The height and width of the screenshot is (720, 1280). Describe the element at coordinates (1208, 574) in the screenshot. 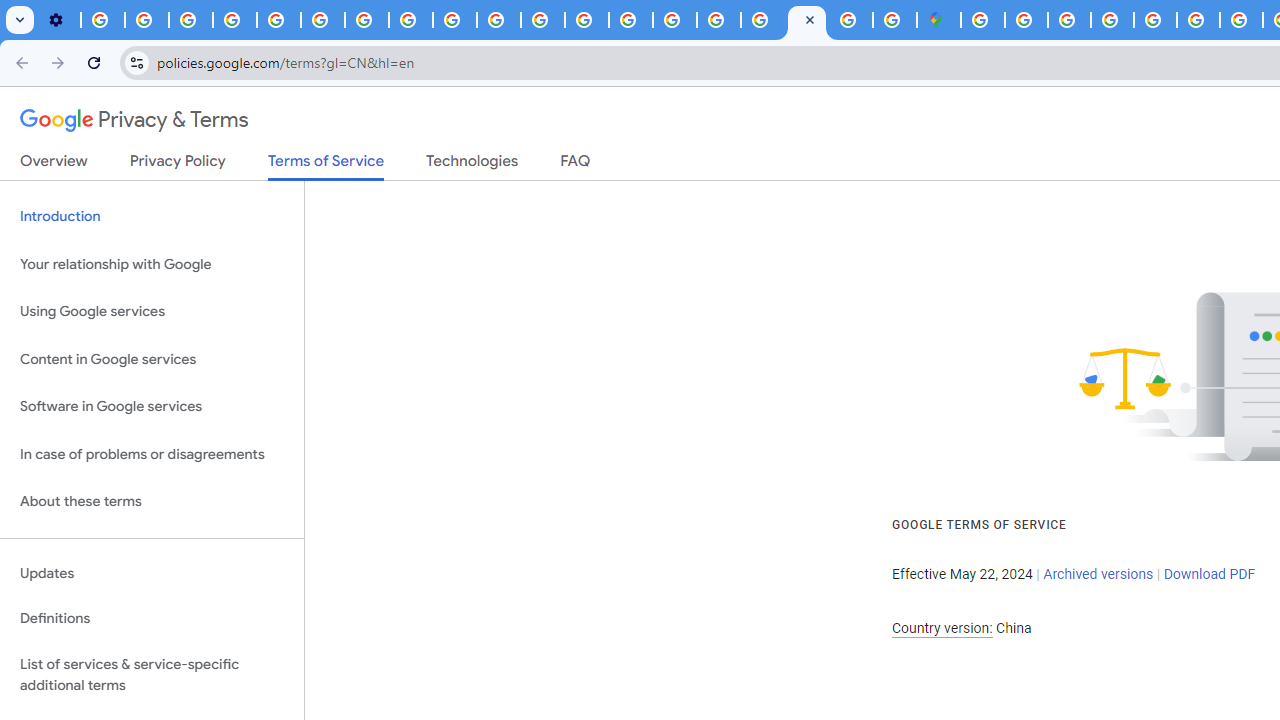

I see `'Download PDF'` at that location.